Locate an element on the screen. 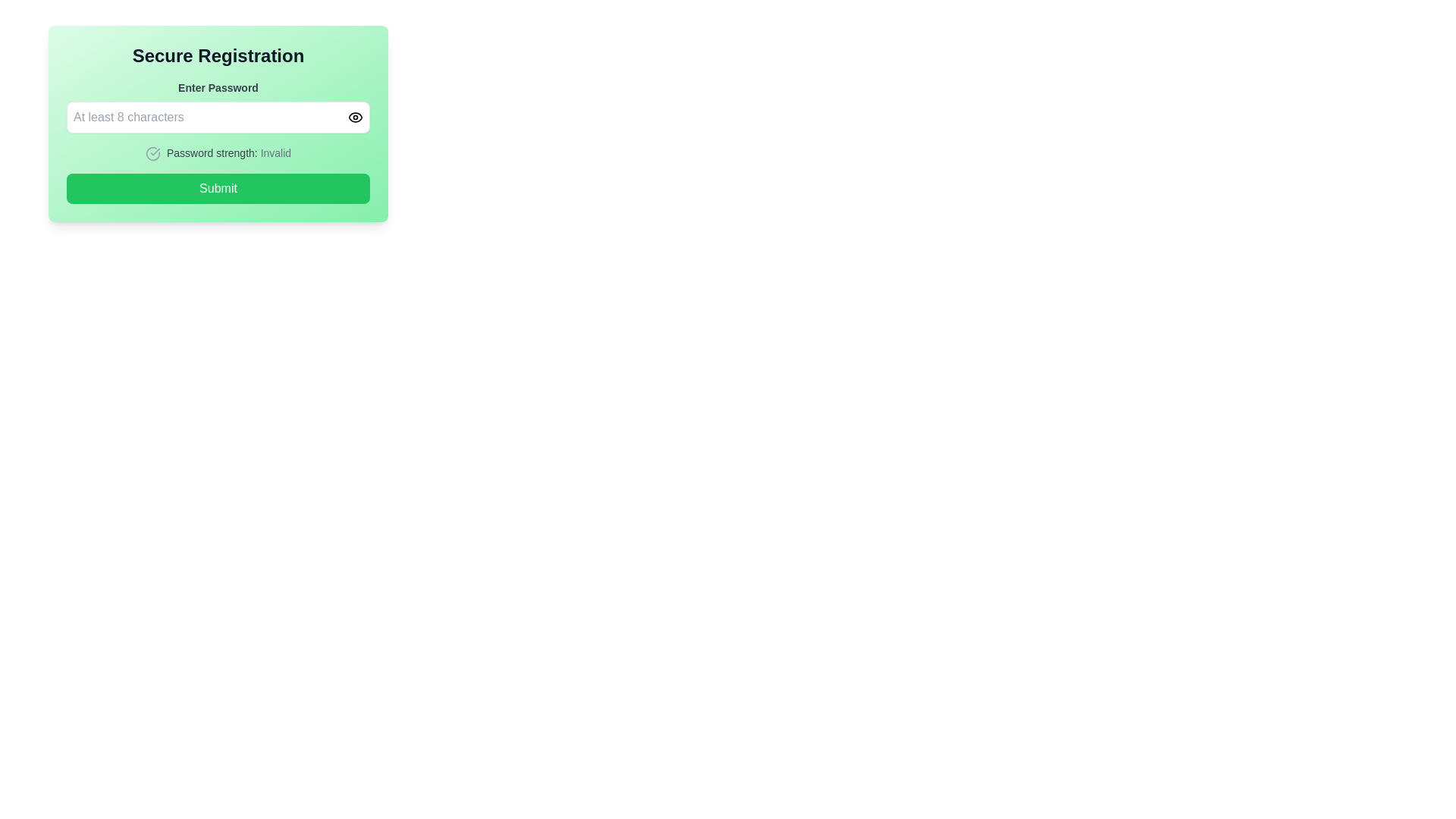 The image size is (1456, 819). the informative text label indicating password strength, located below the password input field and above the green 'Submit' button is located at coordinates (218, 152).